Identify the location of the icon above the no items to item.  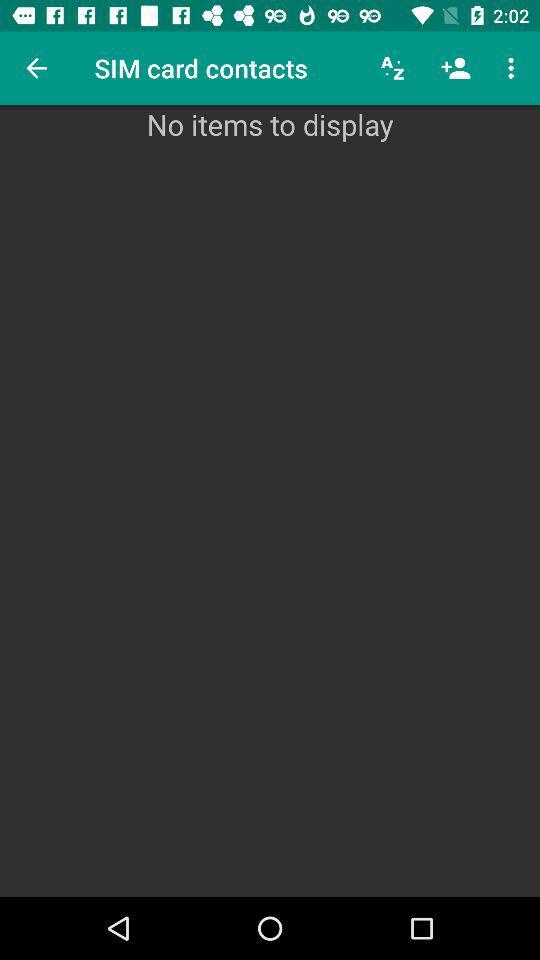
(36, 68).